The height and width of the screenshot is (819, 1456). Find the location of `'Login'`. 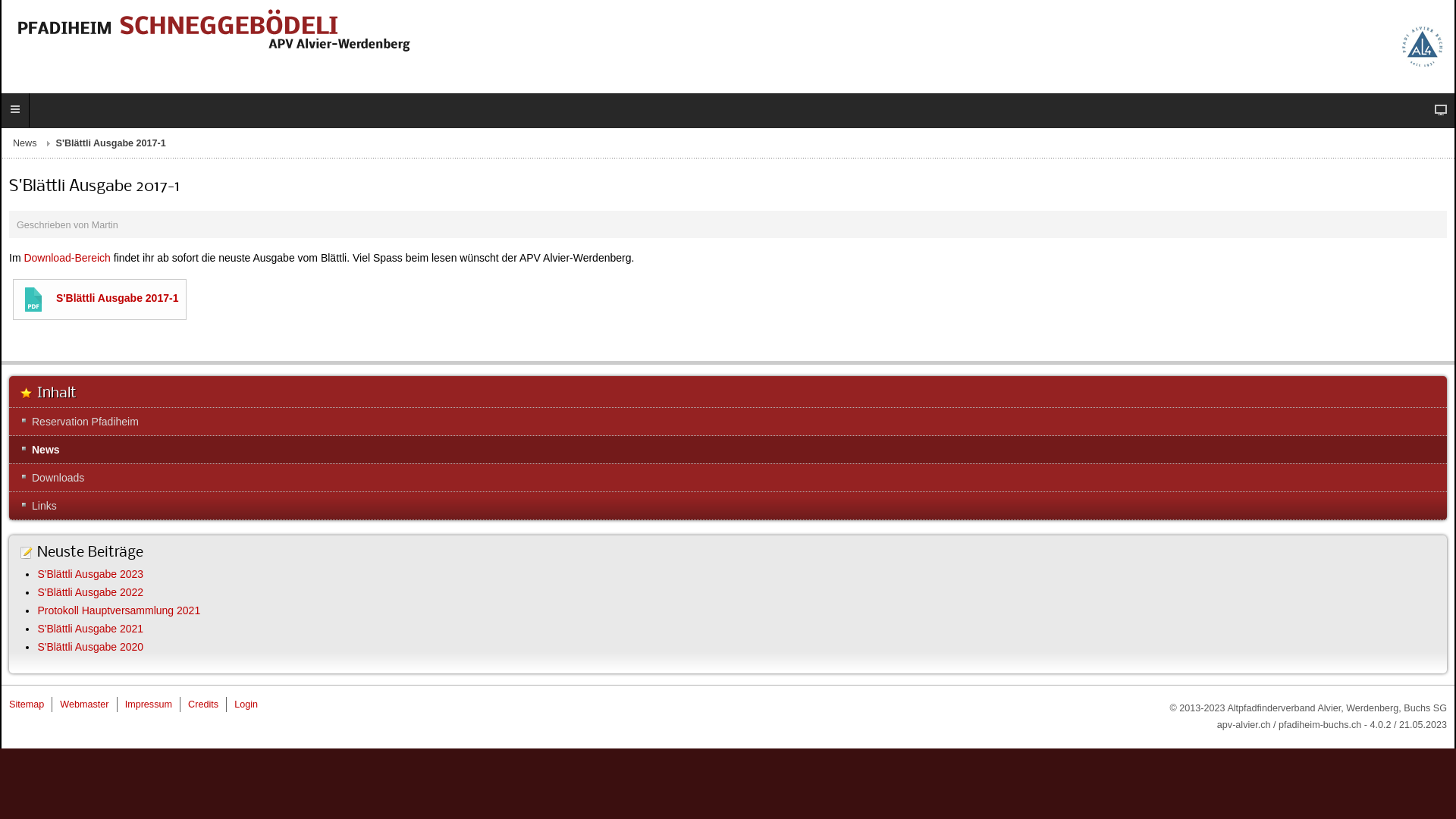

'Login' is located at coordinates (246, 704).